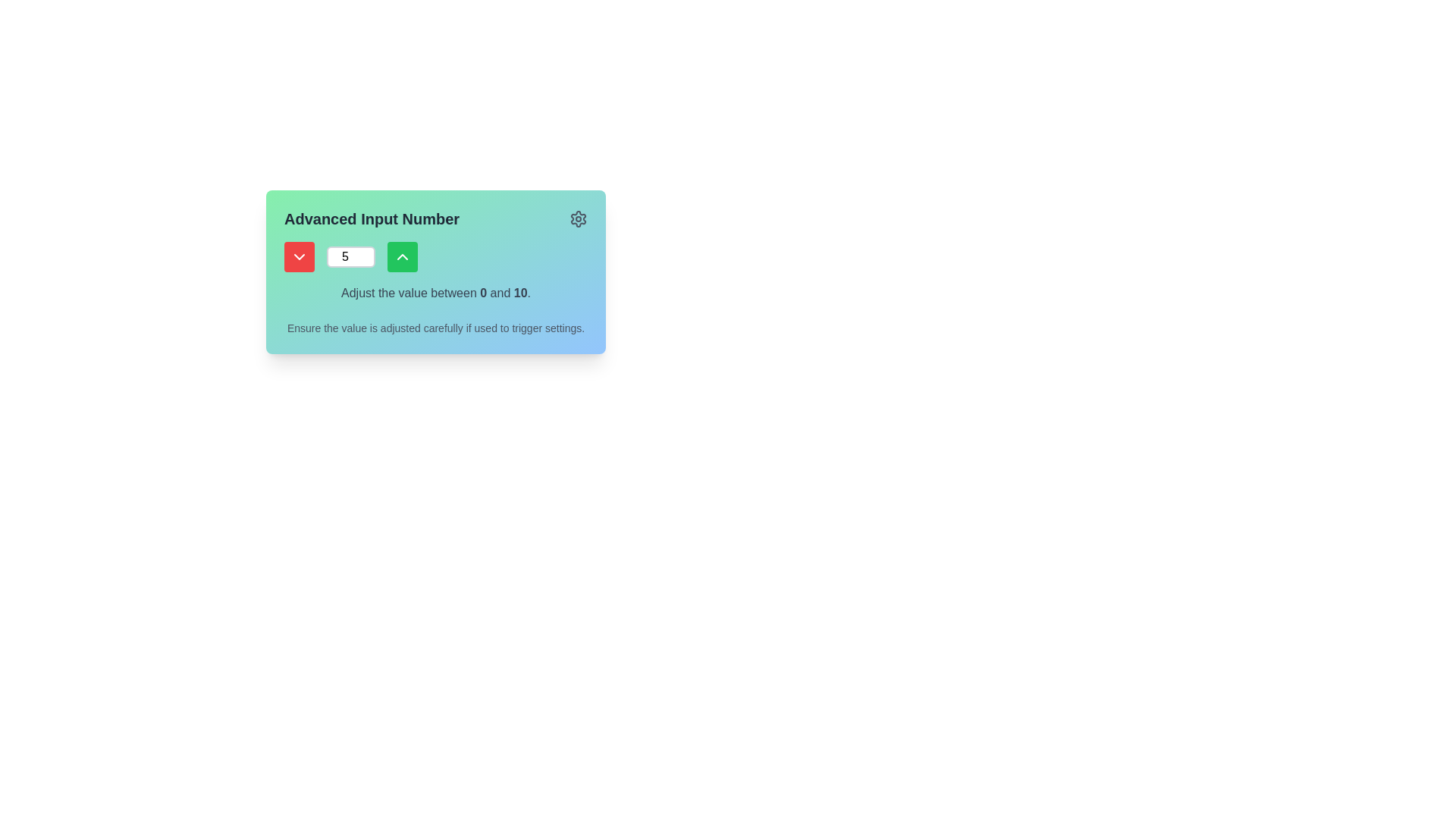  Describe the element at coordinates (482, 293) in the screenshot. I see `the static text element representing the lower bound of the range, which is the first numeric value '0' in the sentence 'Adjust the value between 0 and 10.'` at that location.